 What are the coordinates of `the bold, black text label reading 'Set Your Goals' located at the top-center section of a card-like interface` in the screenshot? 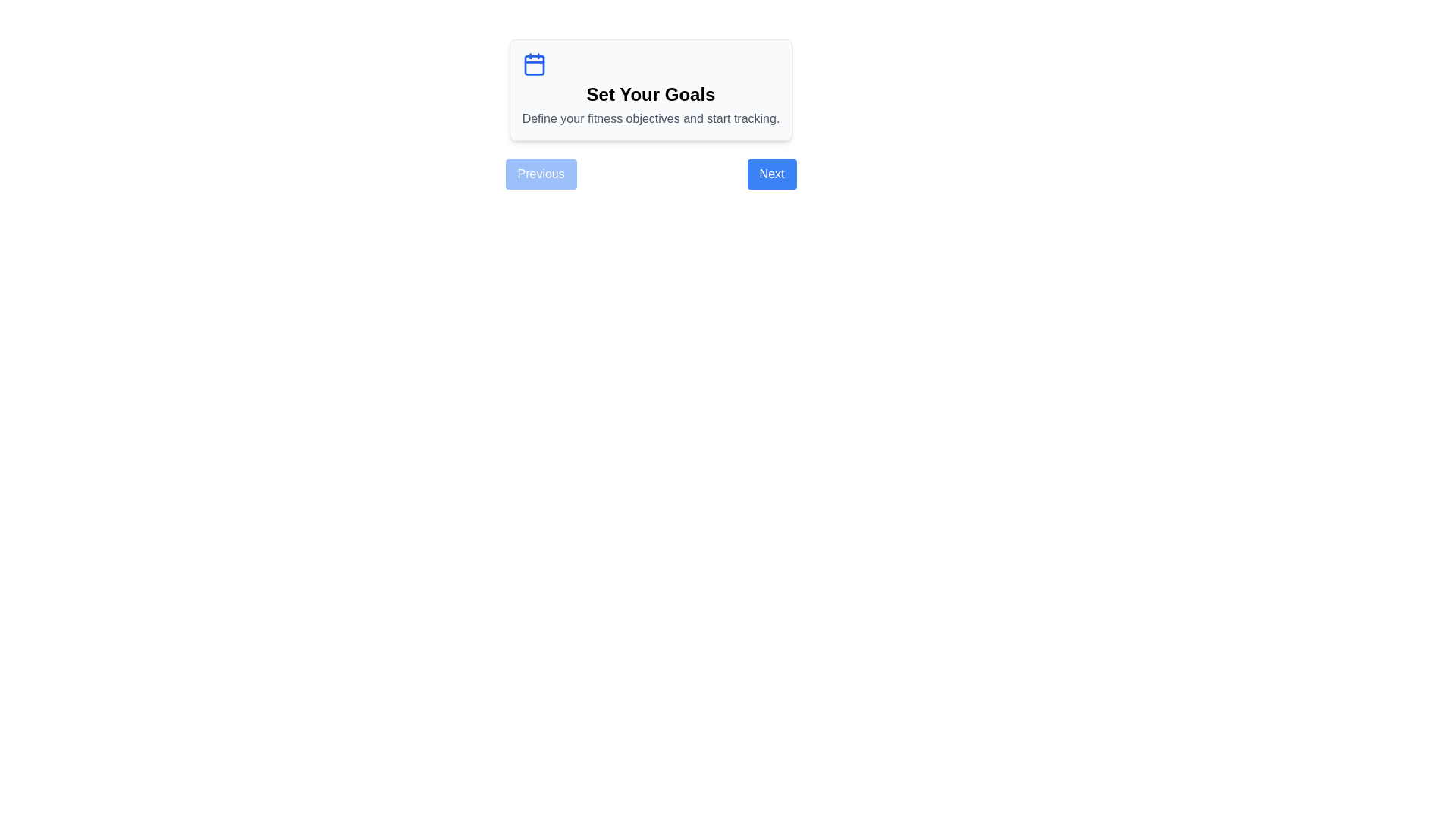 It's located at (651, 94).